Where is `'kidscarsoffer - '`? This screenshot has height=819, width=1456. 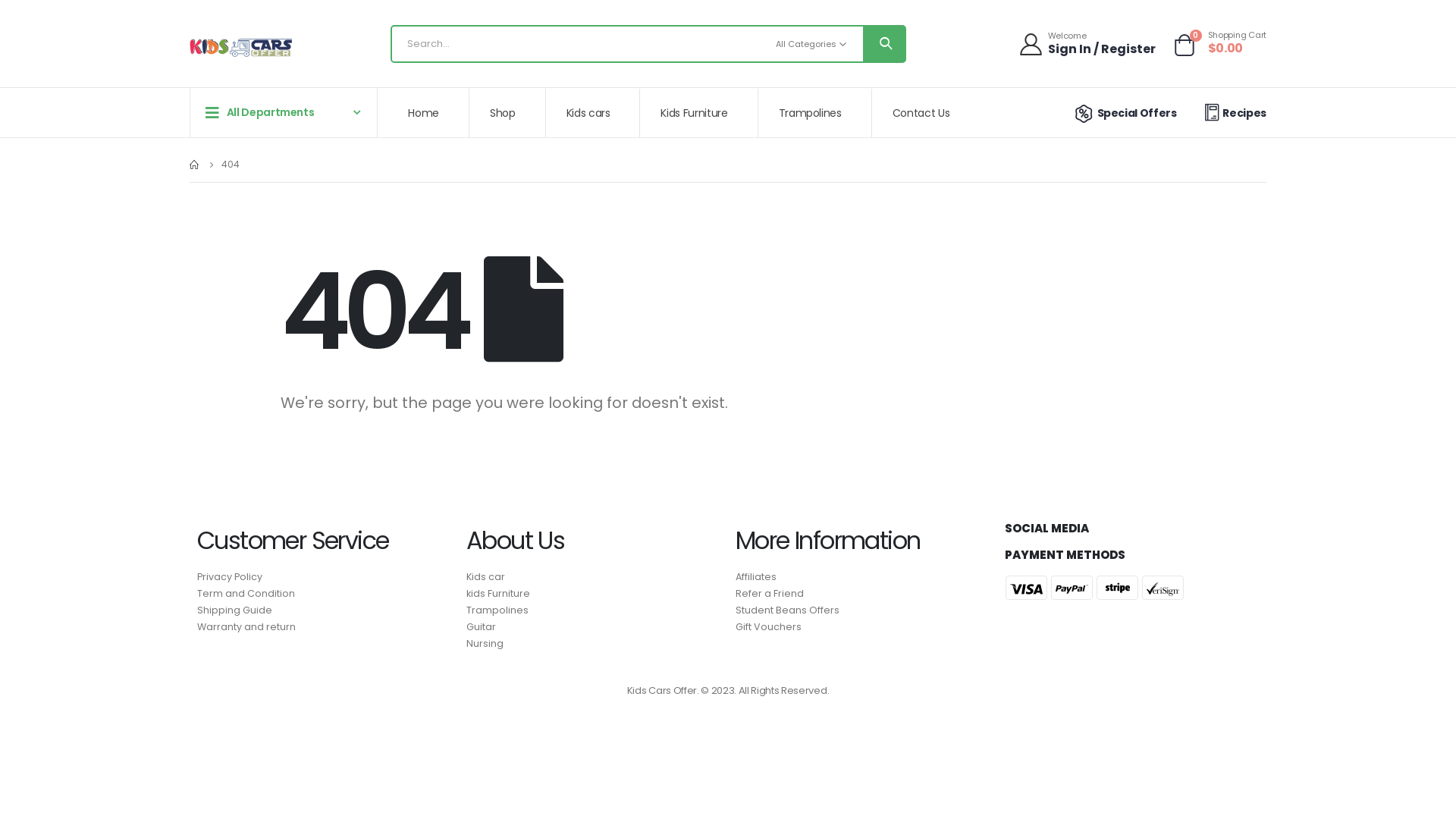 'kidscarsoffer - ' is located at coordinates (188, 47).